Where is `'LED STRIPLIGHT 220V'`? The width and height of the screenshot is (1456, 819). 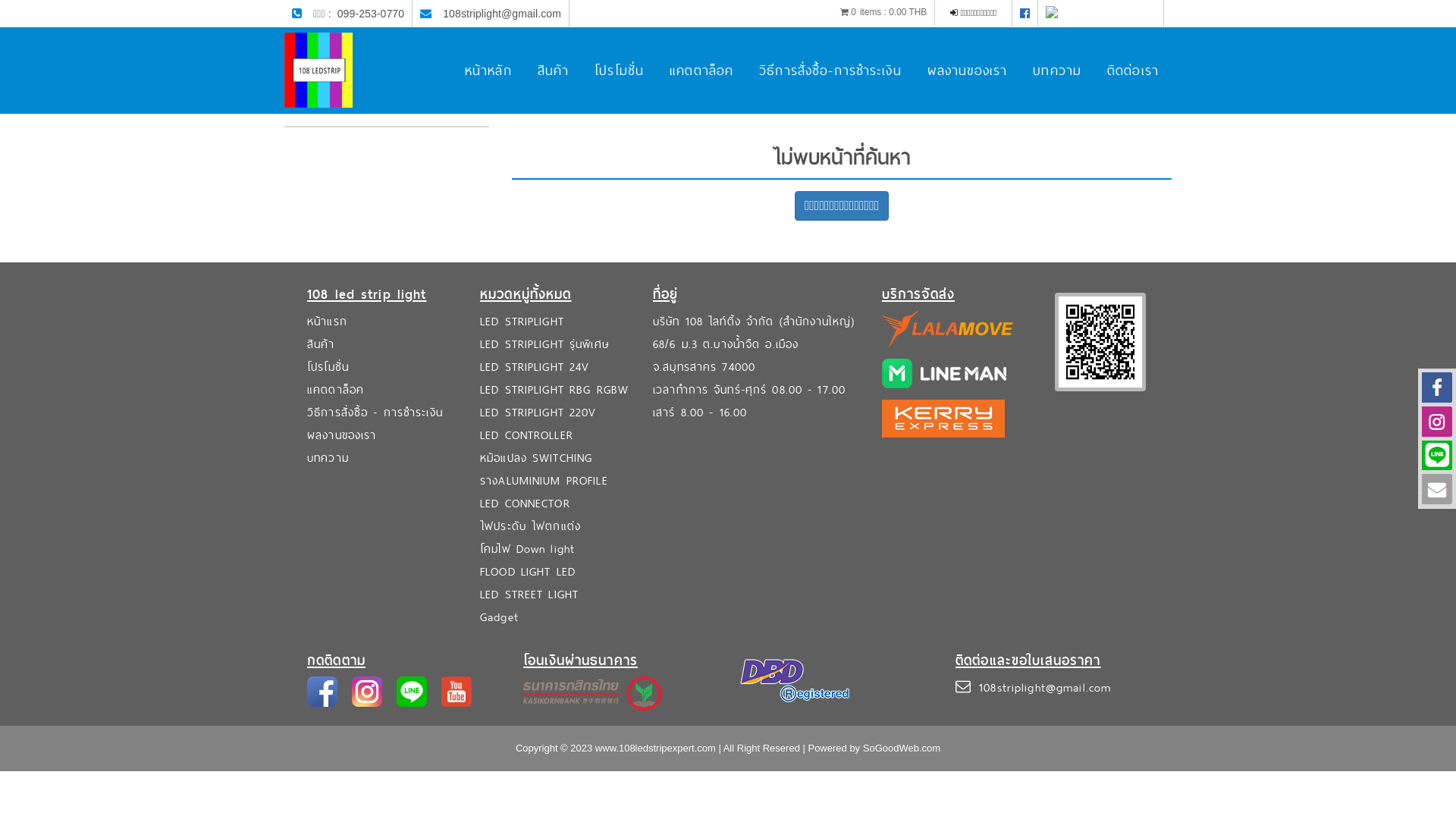 'LED STRIPLIGHT 220V' is located at coordinates (479, 412).